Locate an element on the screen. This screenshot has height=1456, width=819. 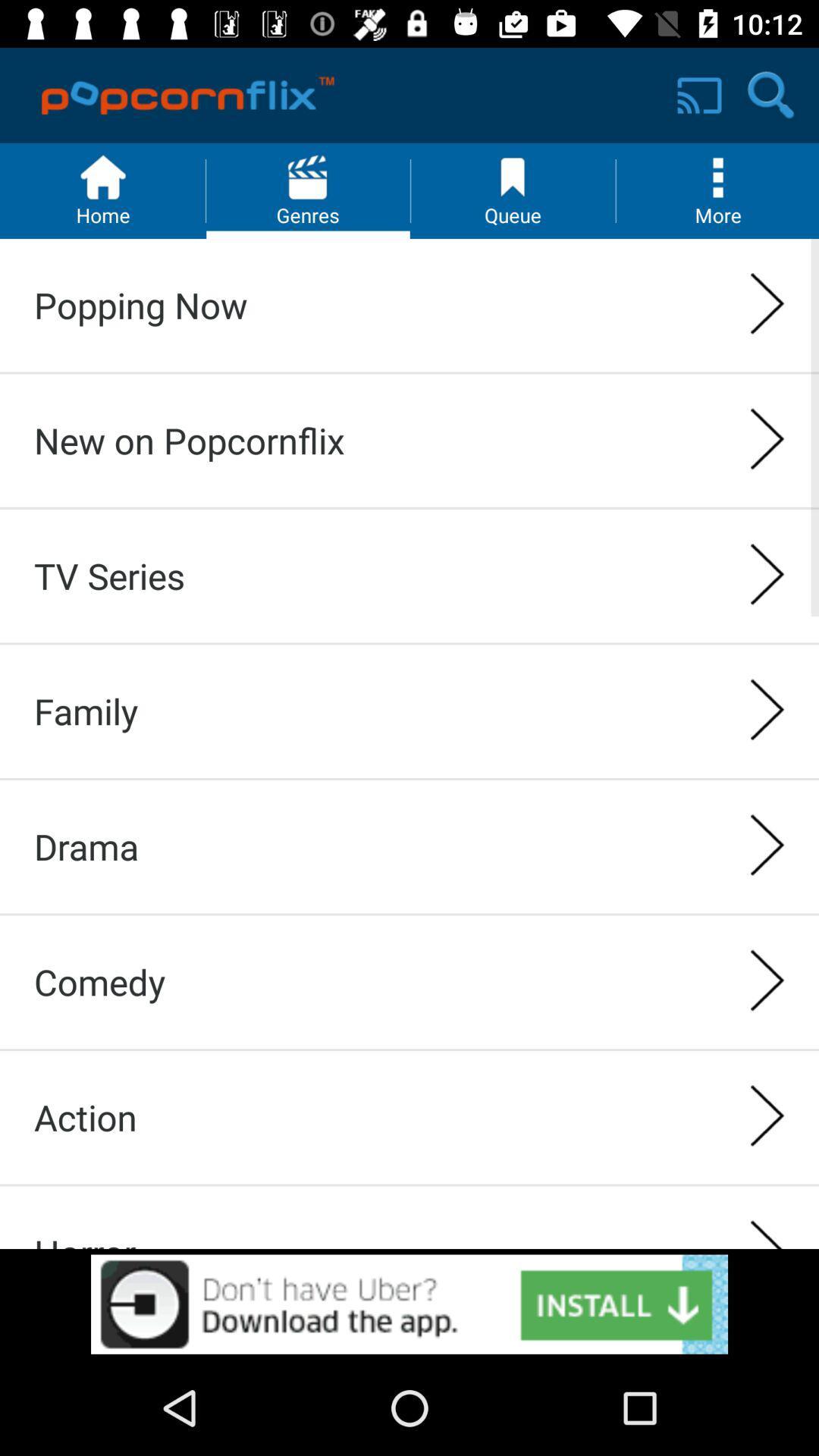
the image left to genres is located at coordinates (102, 190).